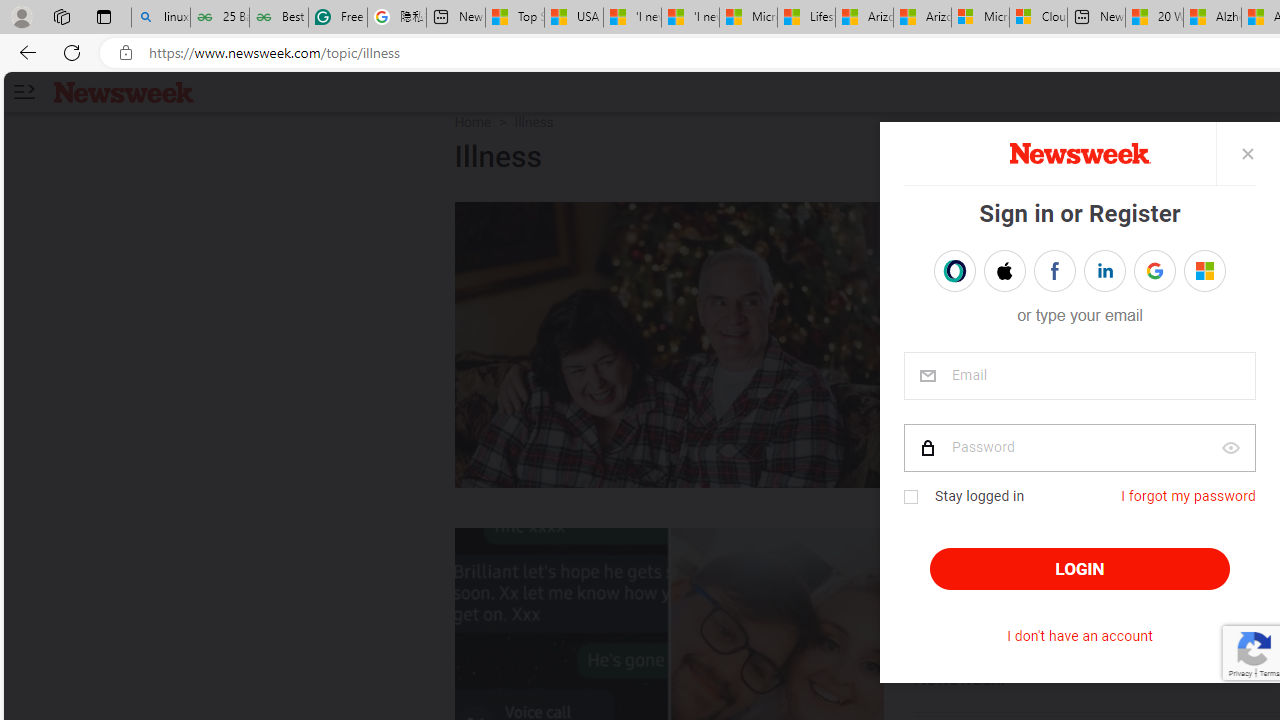 The height and width of the screenshot is (720, 1280). What do you see at coordinates (1103, 271) in the screenshot?
I see `'Sign in with LINKEDIN'` at bounding box center [1103, 271].